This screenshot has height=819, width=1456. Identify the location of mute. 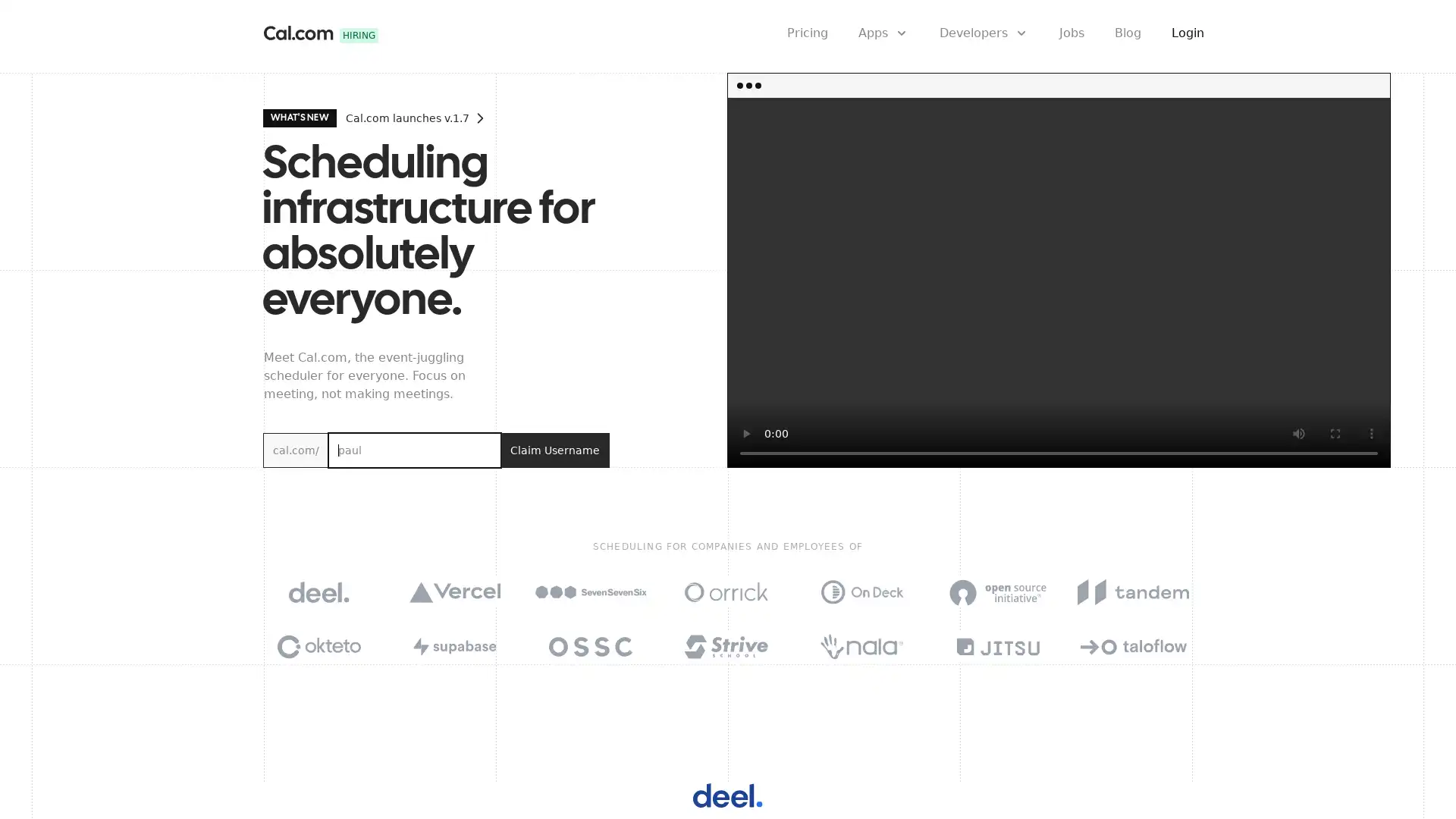
(1298, 433).